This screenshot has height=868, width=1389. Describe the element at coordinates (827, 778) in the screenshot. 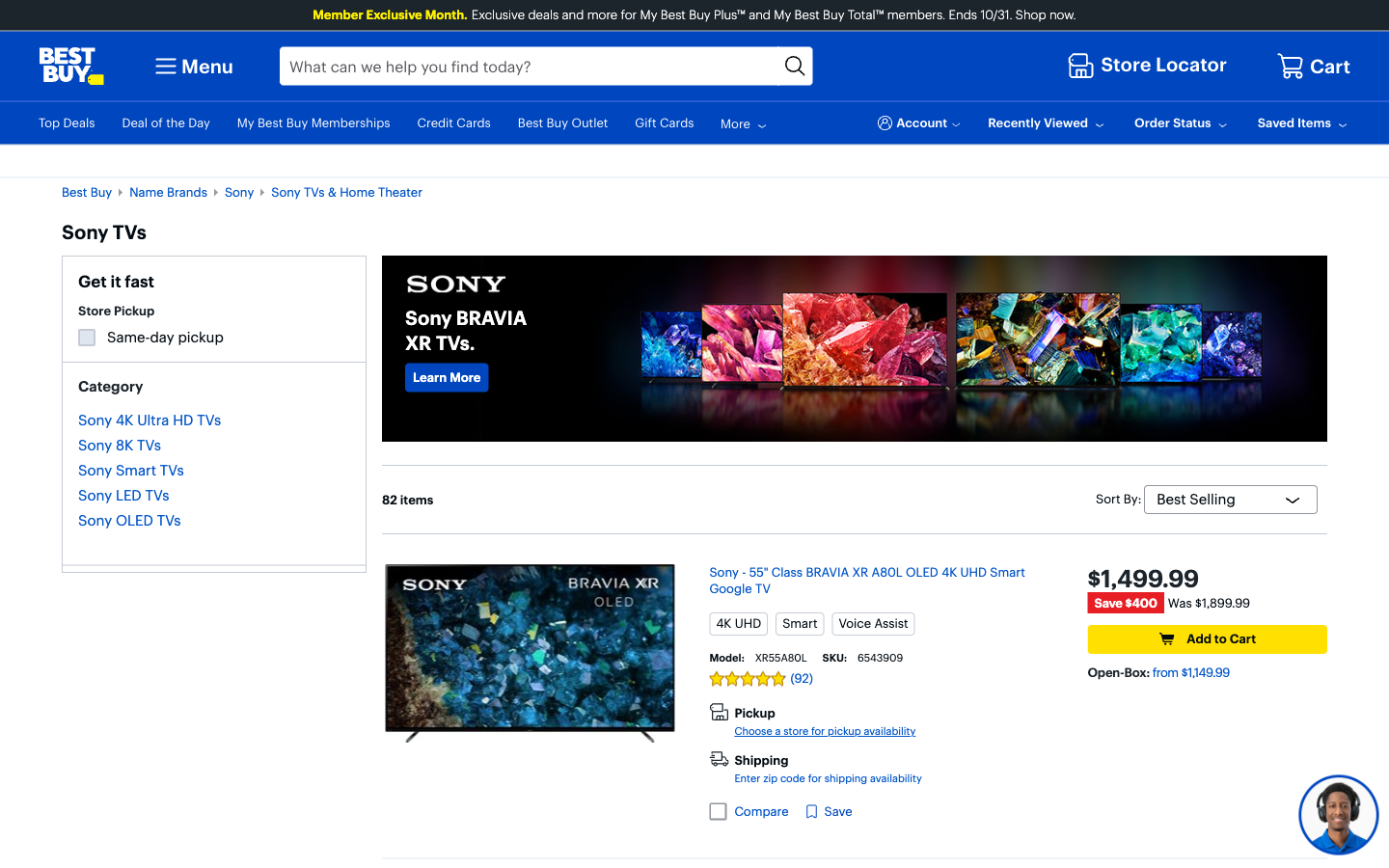

I see `Confirm the delivery availability of the primary TV listed on the page to the area with pin 15217` at that location.